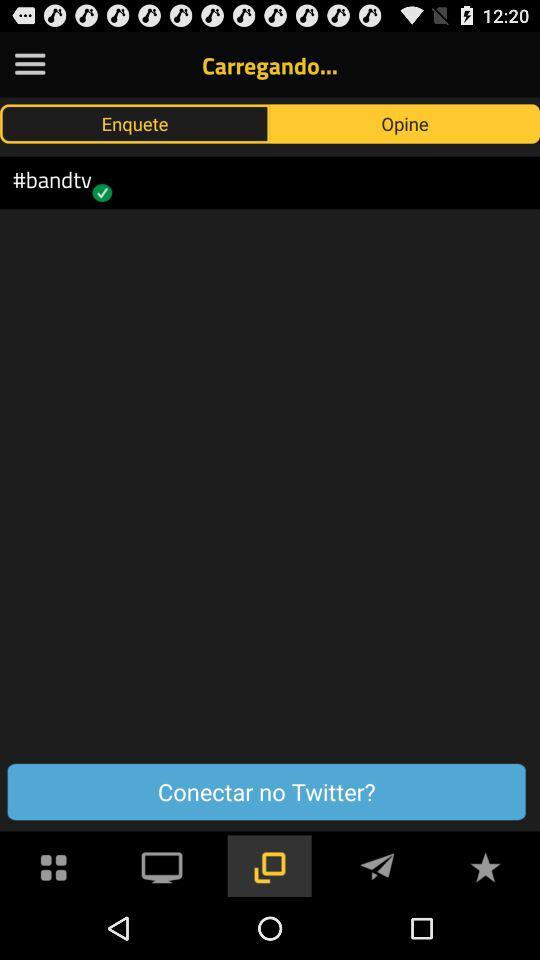 The height and width of the screenshot is (960, 540). What do you see at coordinates (135, 122) in the screenshot?
I see `enquete button` at bounding box center [135, 122].